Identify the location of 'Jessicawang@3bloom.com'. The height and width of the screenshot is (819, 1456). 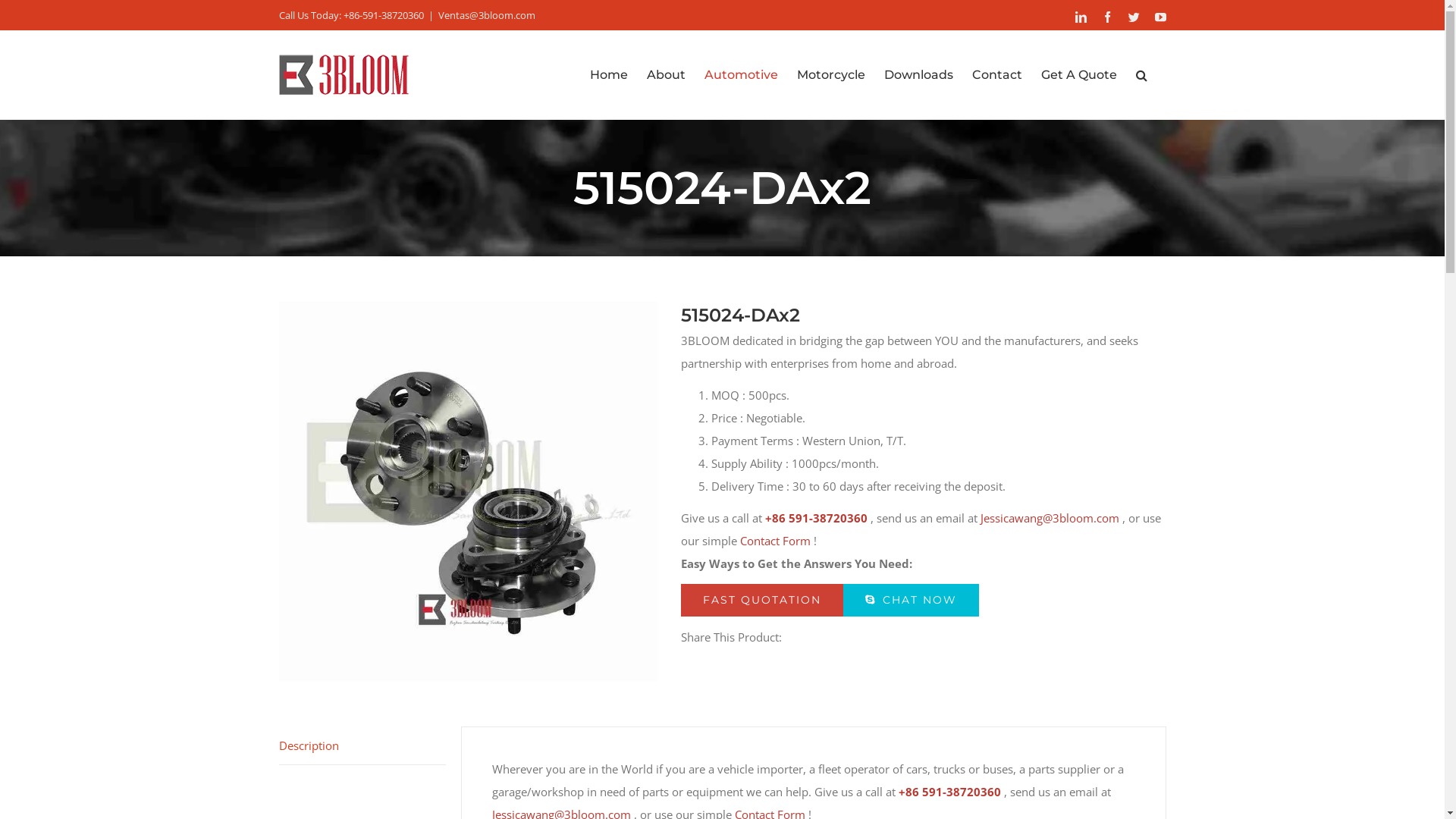
(979, 516).